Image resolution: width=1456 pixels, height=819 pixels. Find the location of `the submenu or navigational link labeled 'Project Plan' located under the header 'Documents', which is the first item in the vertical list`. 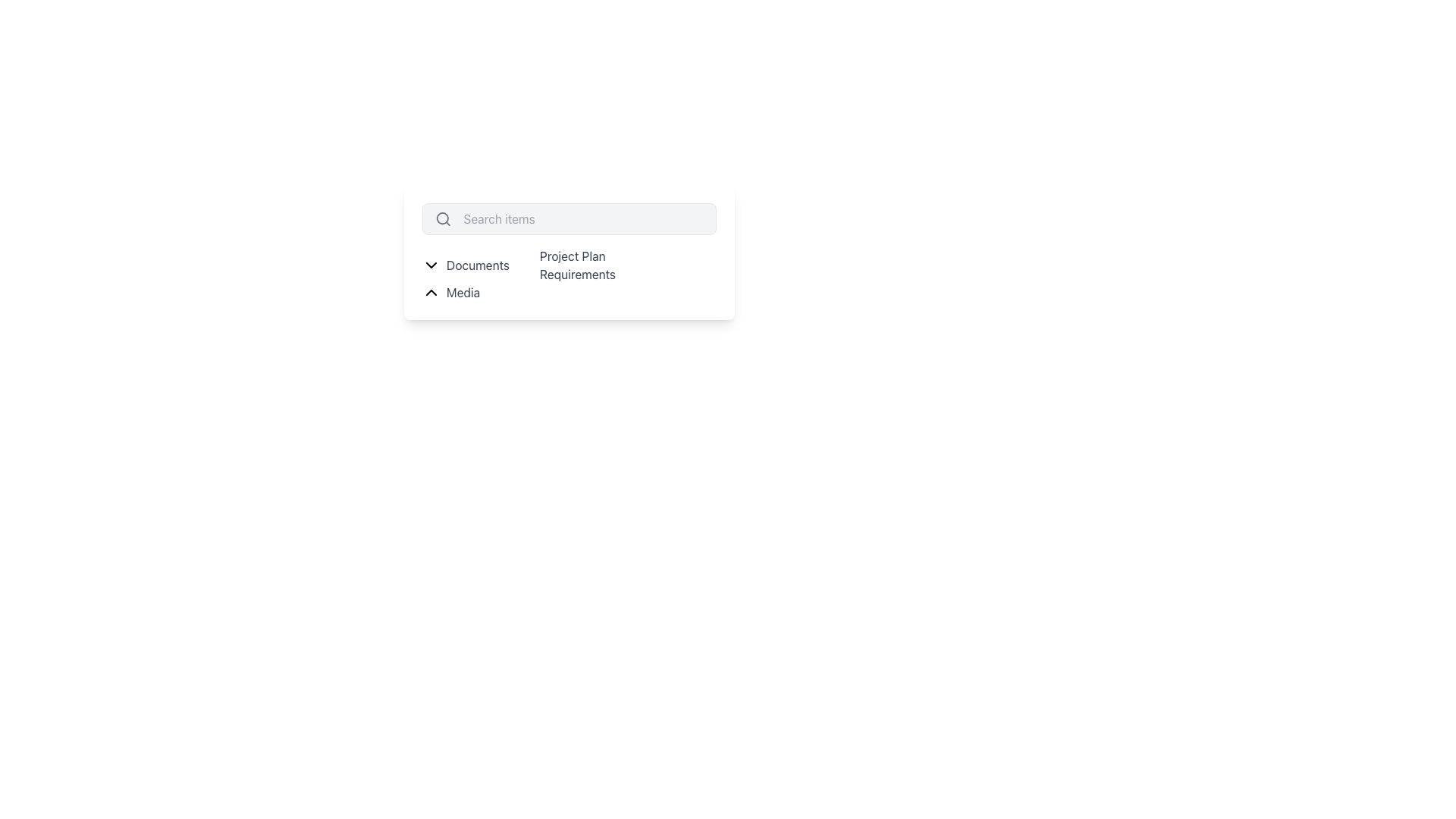

the submenu or navigational link labeled 'Project Plan' located under the header 'Documents', which is the first item in the vertical list is located at coordinates (570, 256).